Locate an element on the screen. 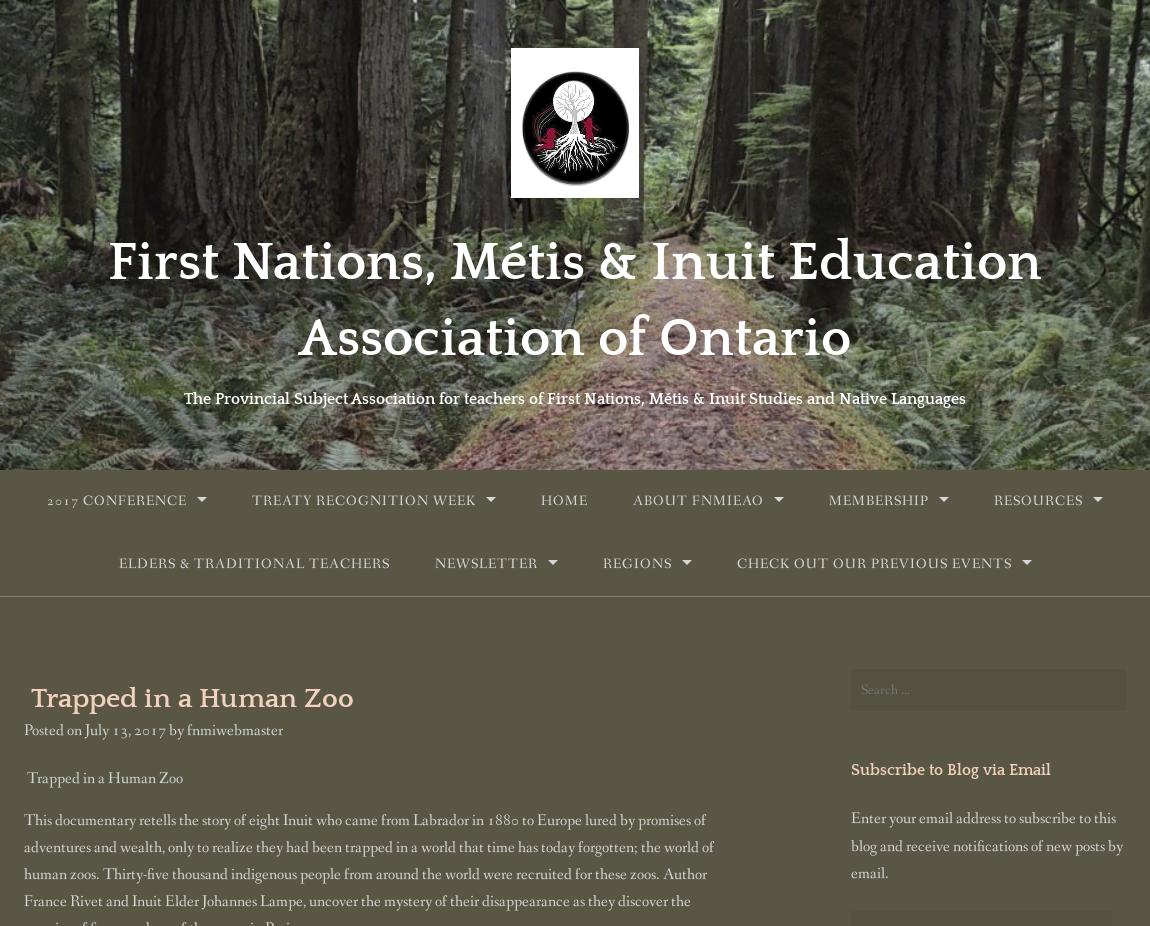 The height and width of the screenshot is (926, 1150). 'Membership' is located at coordinates (878, 499).